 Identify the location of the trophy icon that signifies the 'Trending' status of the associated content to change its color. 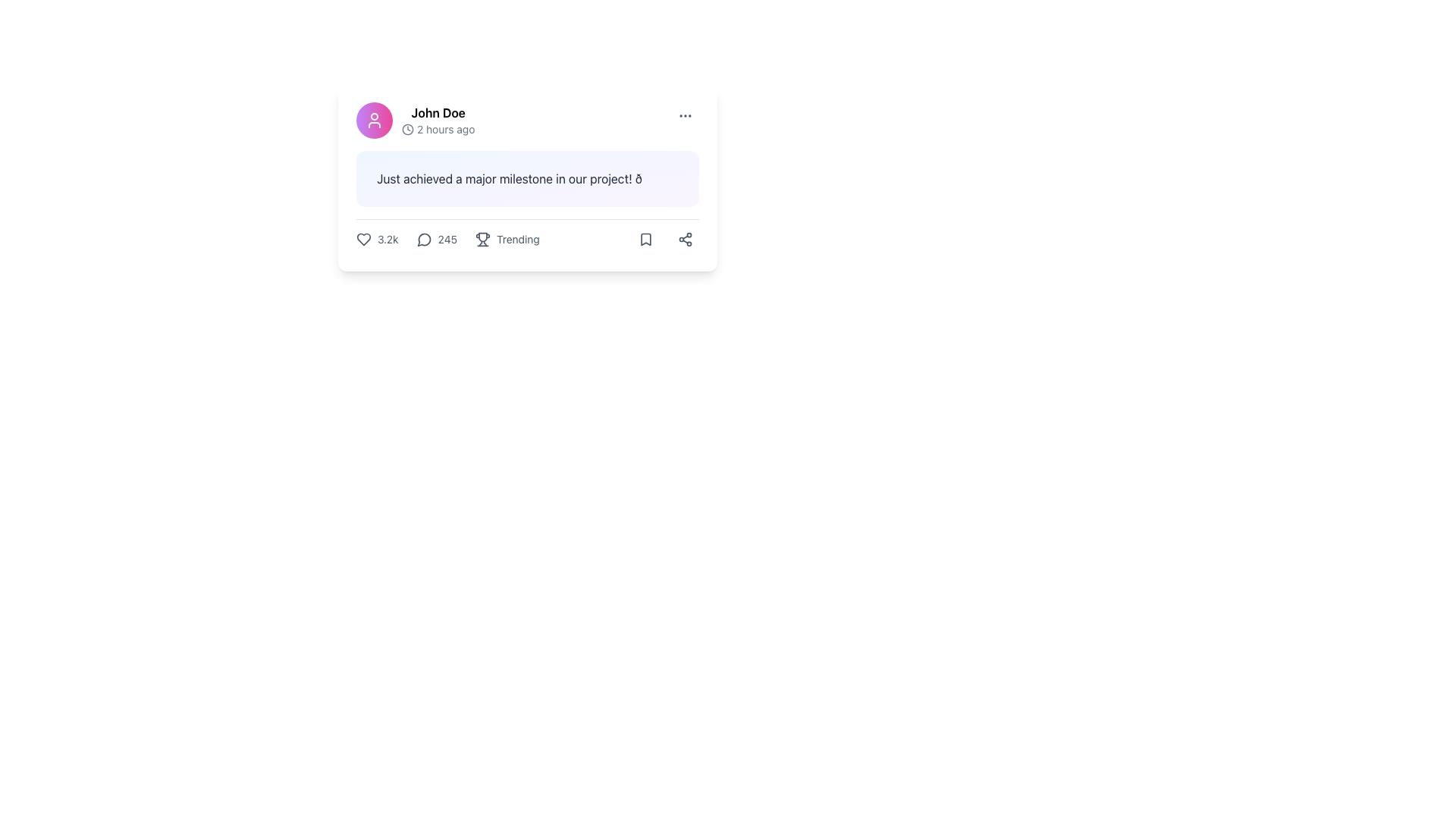
(482, 239).